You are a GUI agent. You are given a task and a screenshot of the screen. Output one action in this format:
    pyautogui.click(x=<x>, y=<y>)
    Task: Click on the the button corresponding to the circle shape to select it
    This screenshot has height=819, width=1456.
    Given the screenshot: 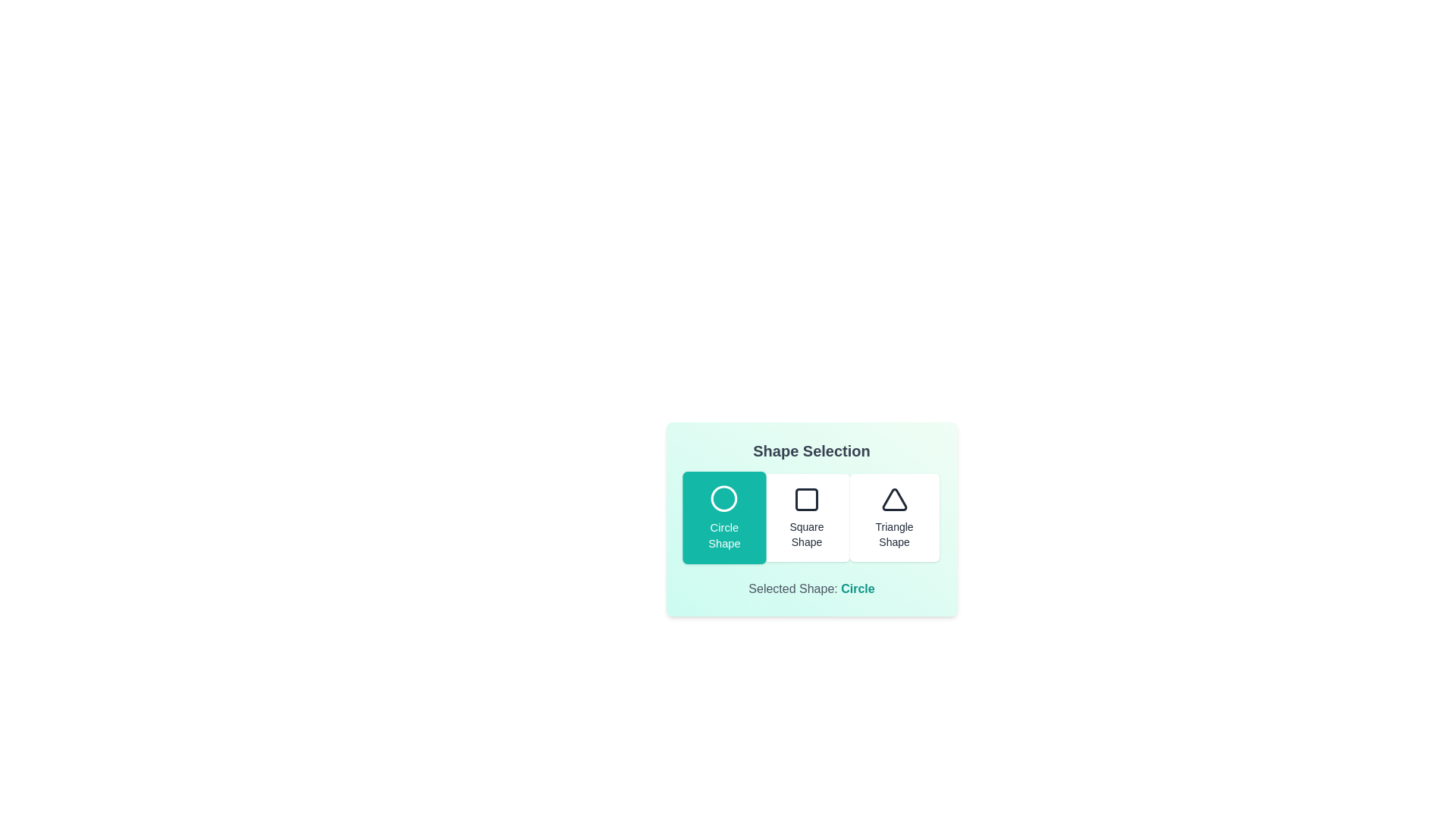 What is the action you would take?
    pyautogui.click(x=723, y=516)
    